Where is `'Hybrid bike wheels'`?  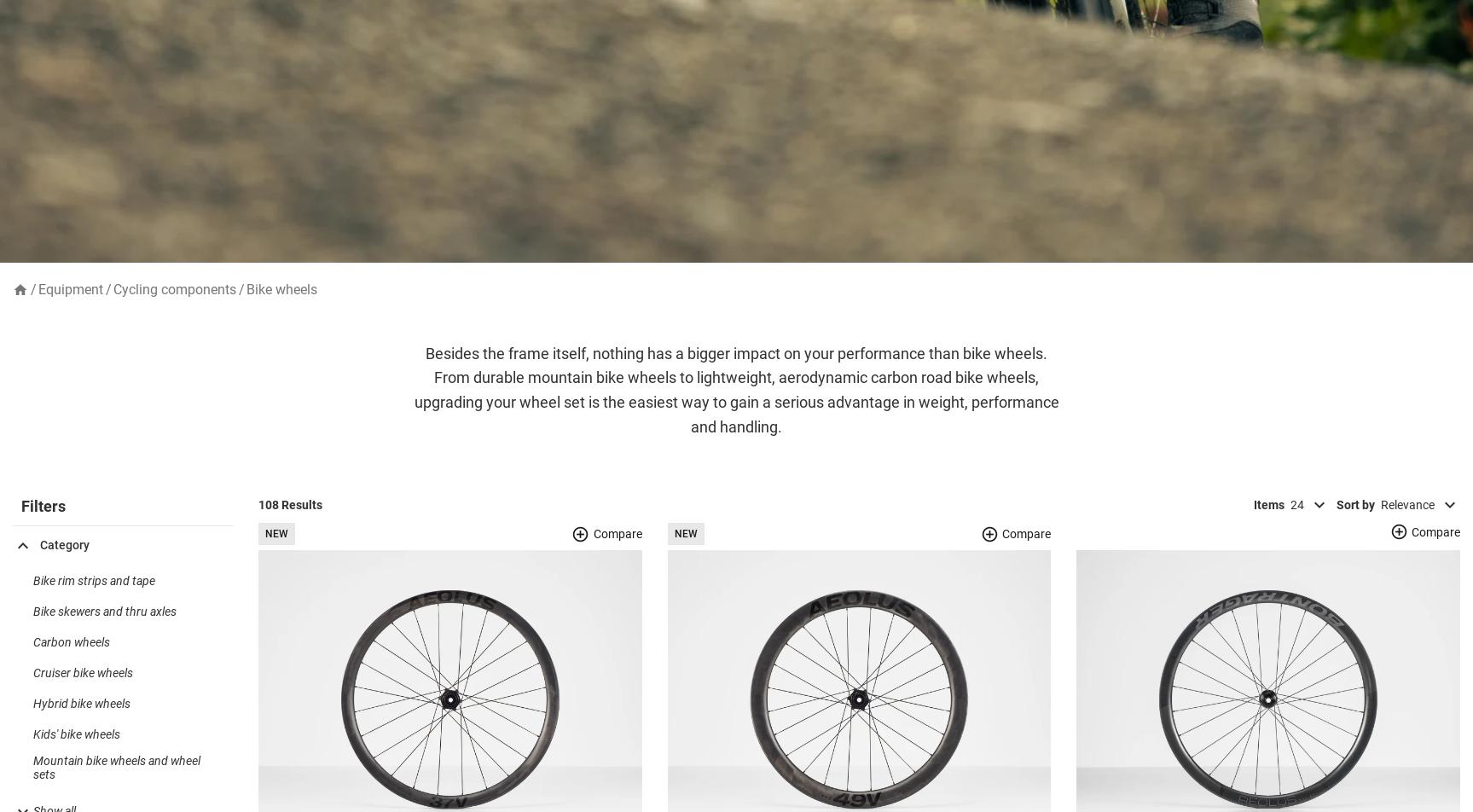 'Hybrid bike wheels' is located at coordinates (33, 730).